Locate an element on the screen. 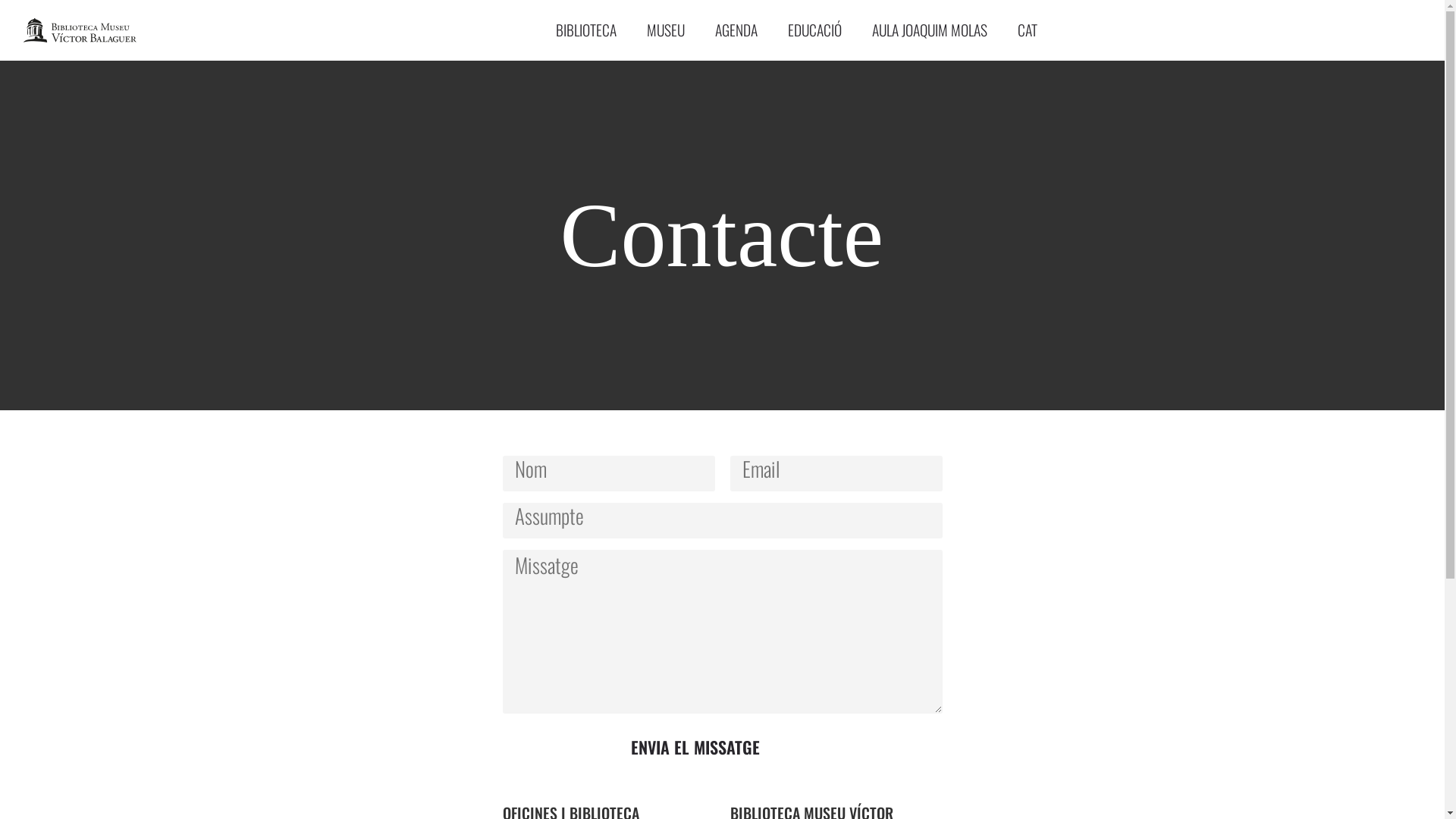 This screenshot has width=1456, height=819. 'CAT' is located at coordinates (1027, 30).